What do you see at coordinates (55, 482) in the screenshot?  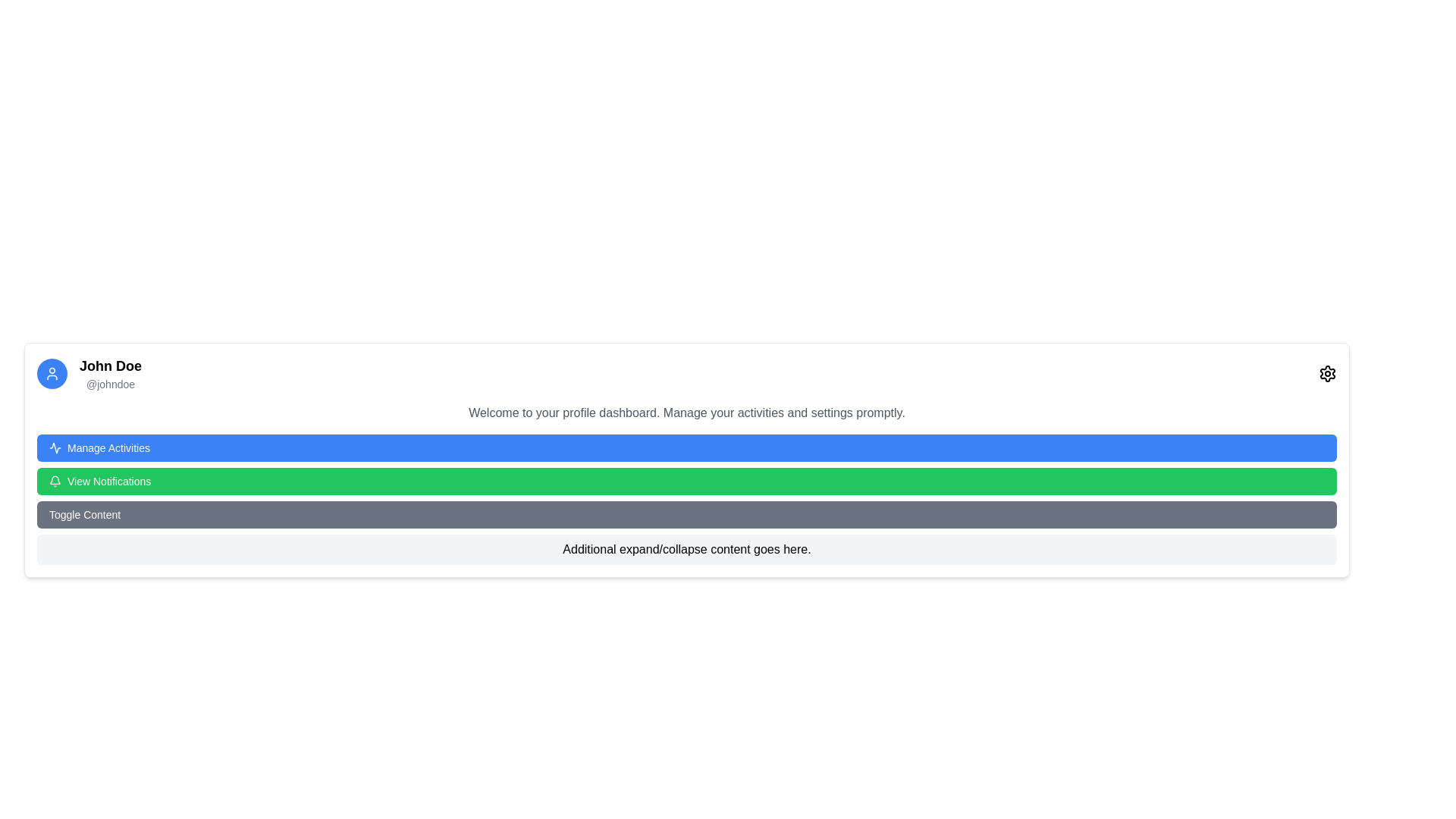 I see `the bell-shaped notification icon located on the left side of the green button labeled 'View Notifications'` at bounding box center [55, 482].